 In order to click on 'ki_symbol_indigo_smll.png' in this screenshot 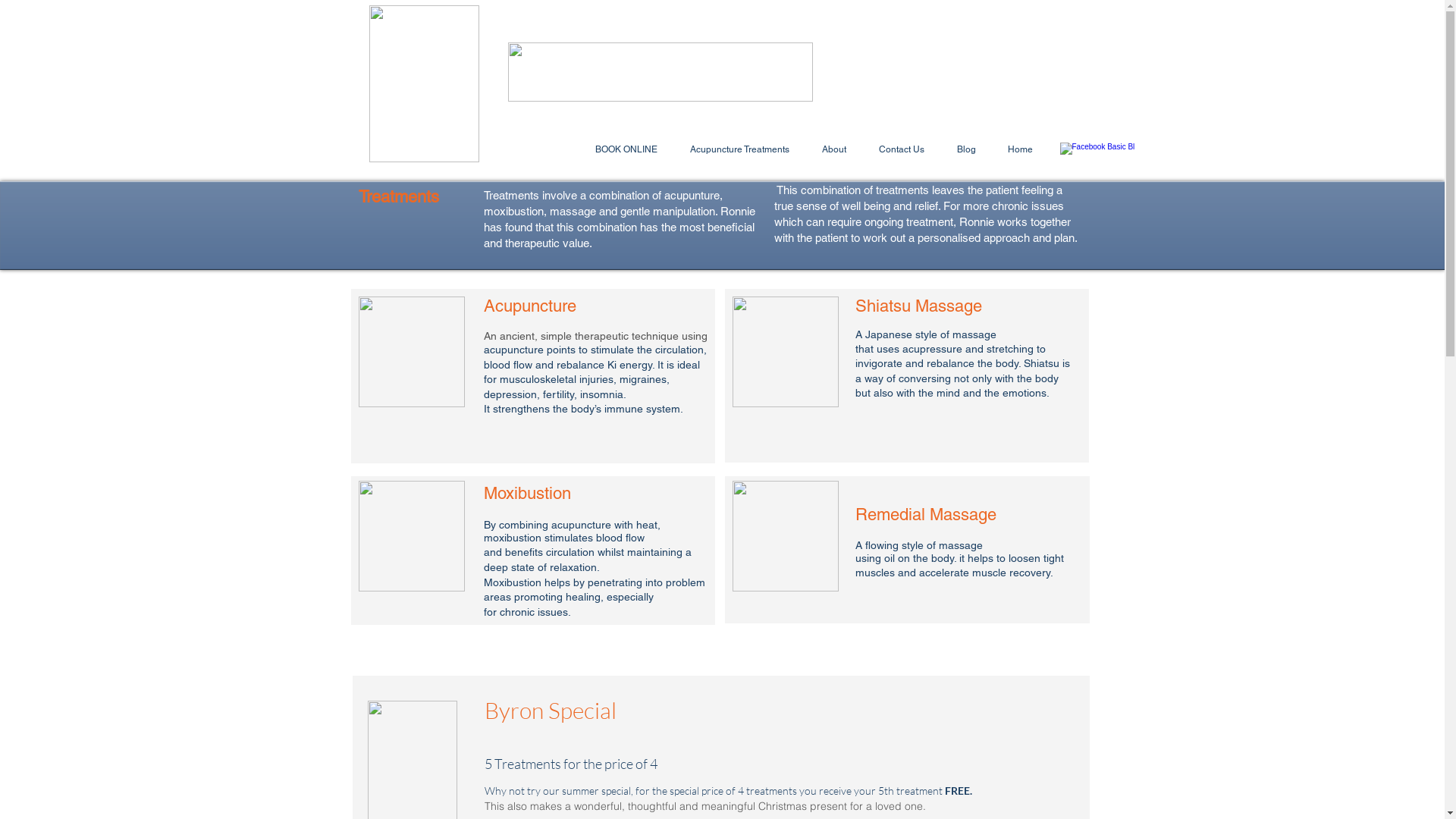, I will do `click(423, 83)`.